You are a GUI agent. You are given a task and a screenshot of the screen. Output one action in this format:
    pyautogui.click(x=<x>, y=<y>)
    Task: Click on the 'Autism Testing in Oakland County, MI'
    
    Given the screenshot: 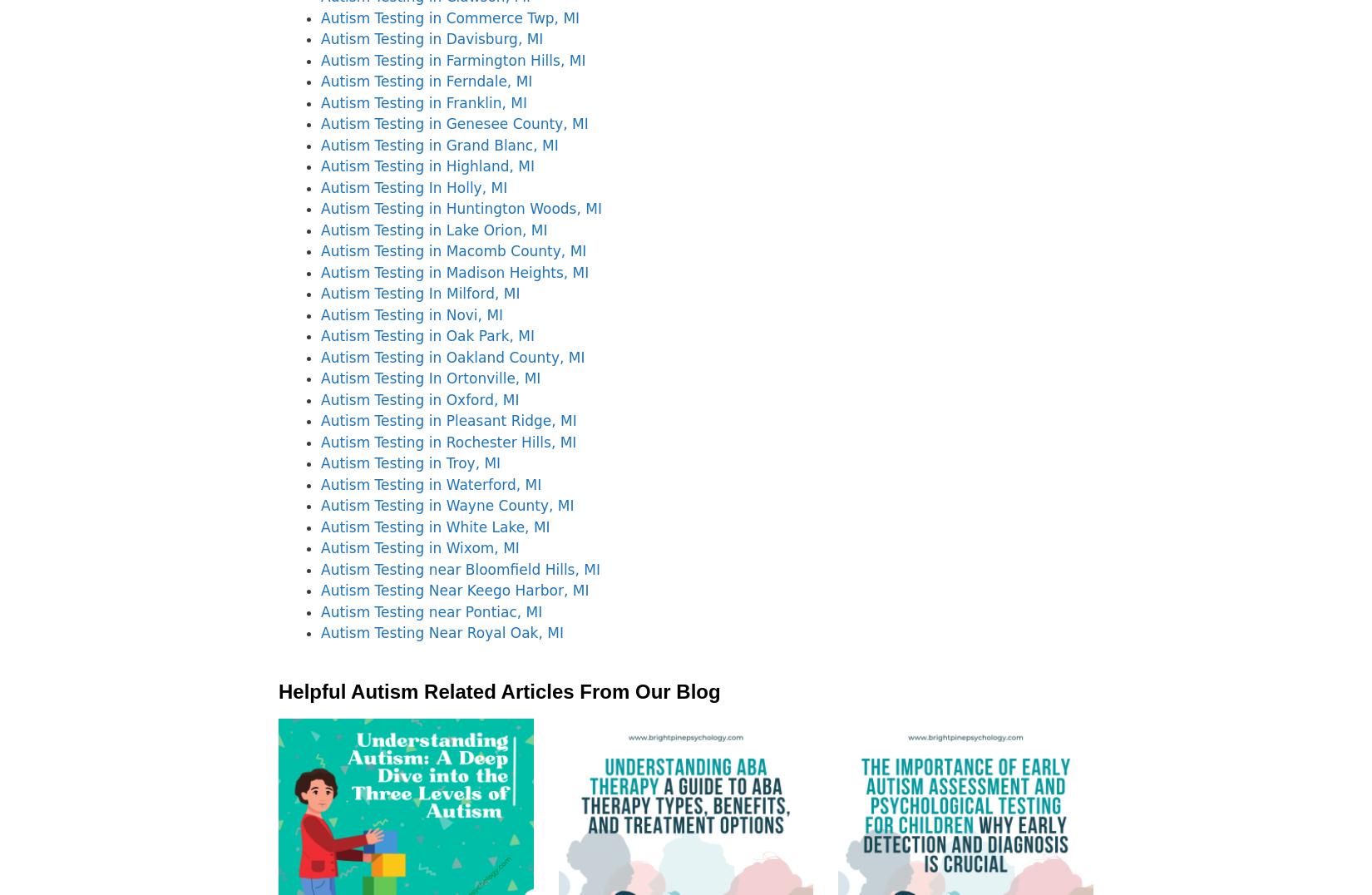 What is the action you would take?
    pyautogui.click(x=452, y=357)
    